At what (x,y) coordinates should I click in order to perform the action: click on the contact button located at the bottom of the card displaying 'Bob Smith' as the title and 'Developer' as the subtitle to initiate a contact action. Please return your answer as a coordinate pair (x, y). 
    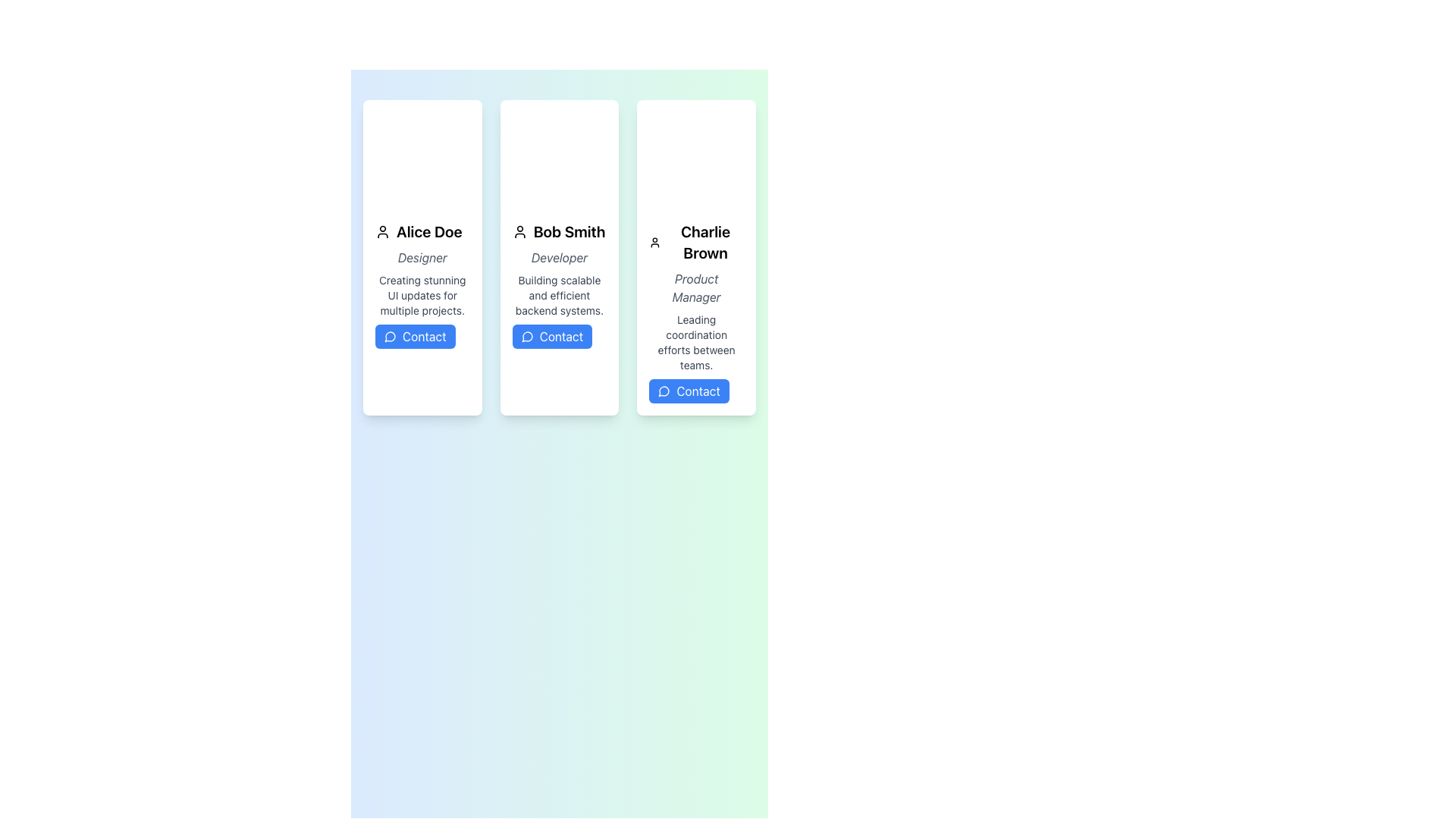
    Looking at the image, I should click on (551, 335).